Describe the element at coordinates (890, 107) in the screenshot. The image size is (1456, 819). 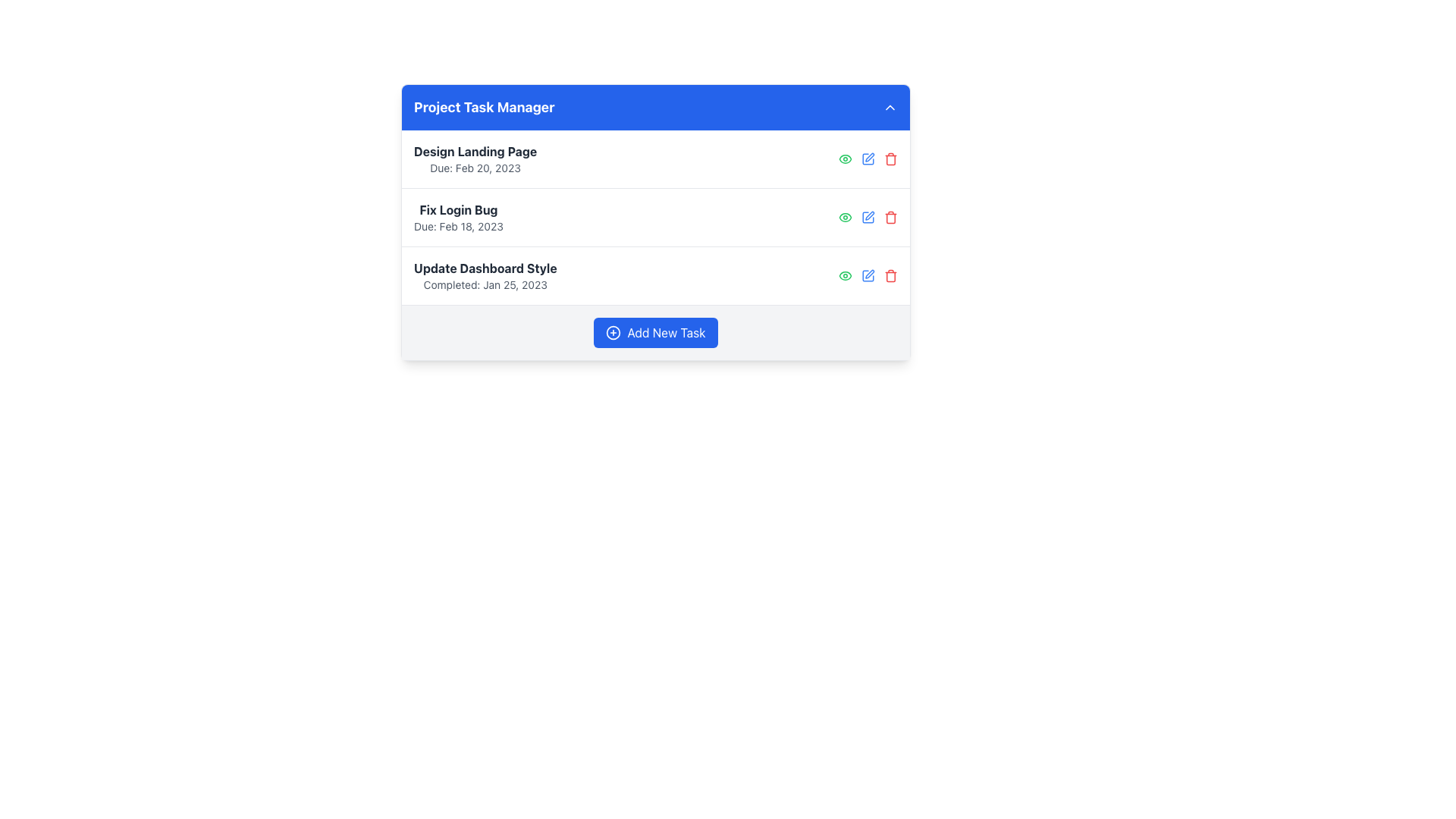
I see `the collapse or close button located in the top-right corner of the blue header labeled 'Project Task Manager'` at that location.